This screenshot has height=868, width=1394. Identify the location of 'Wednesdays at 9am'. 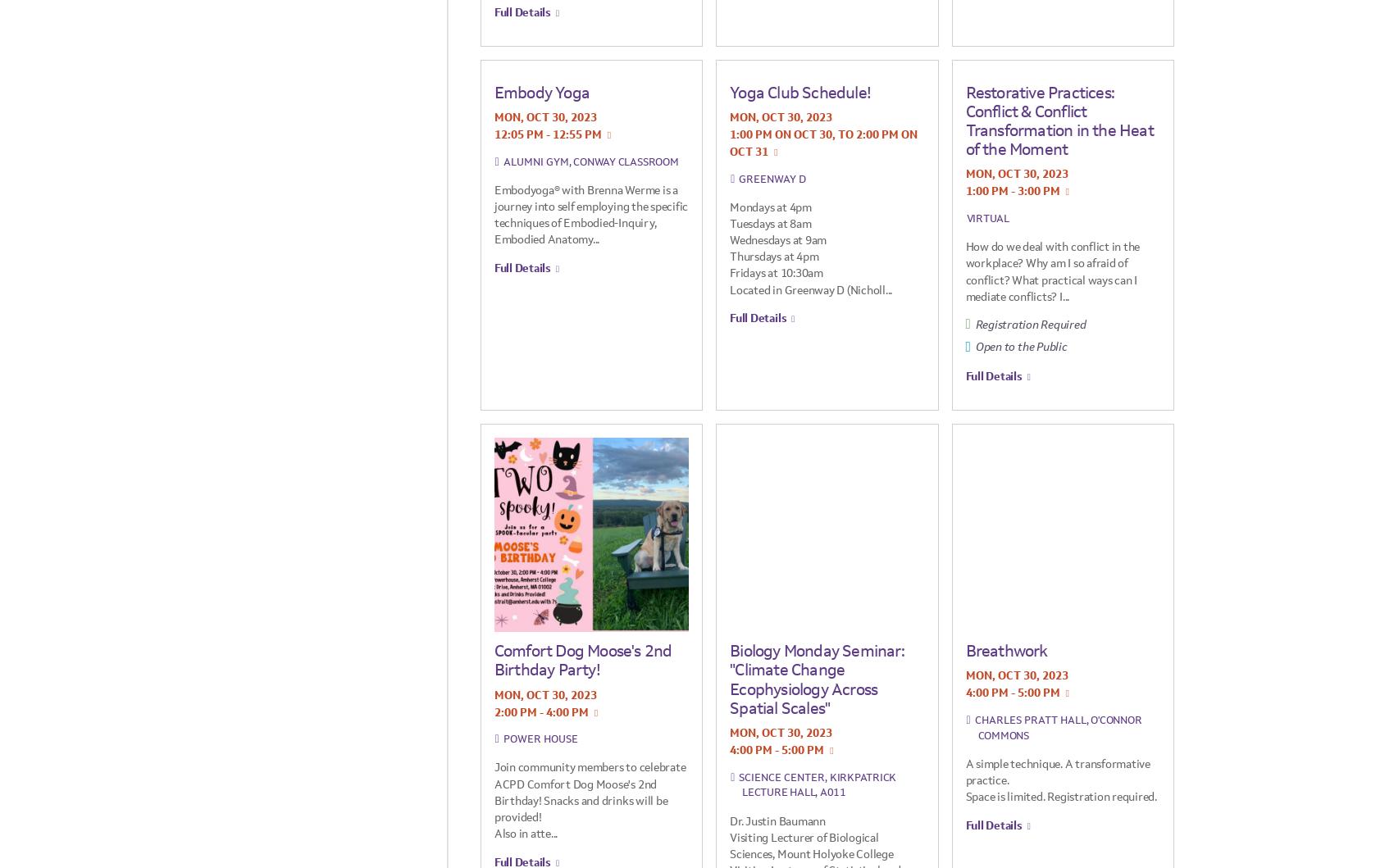
(777, 240).